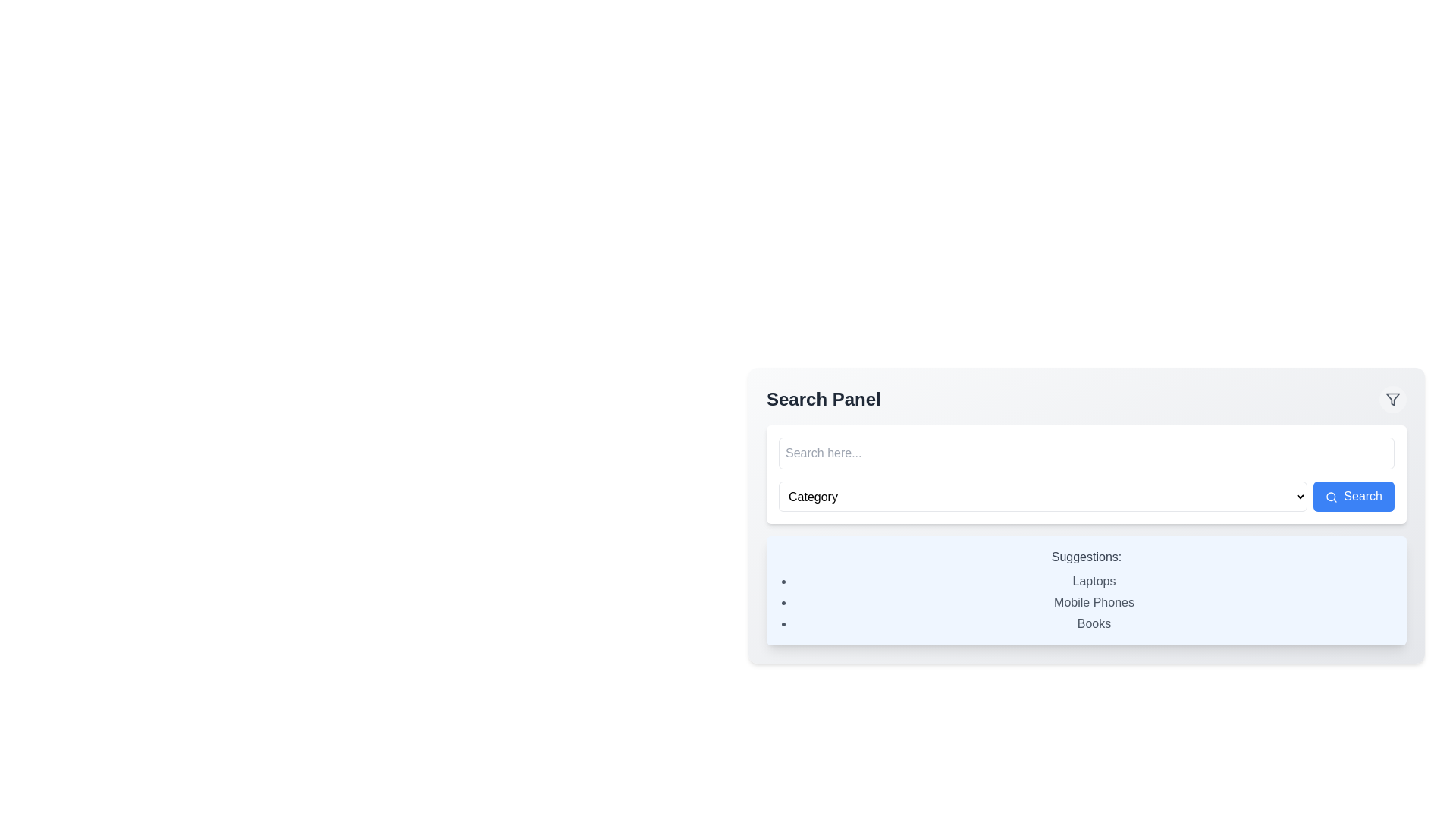 The height and width of the screenshot is (819, 1456). I want to click on the 'Search' button icon, which serves as a visual indicator for the search function located on the right side of the input fields in the 'Search Panel' section, so click(1330, 497).